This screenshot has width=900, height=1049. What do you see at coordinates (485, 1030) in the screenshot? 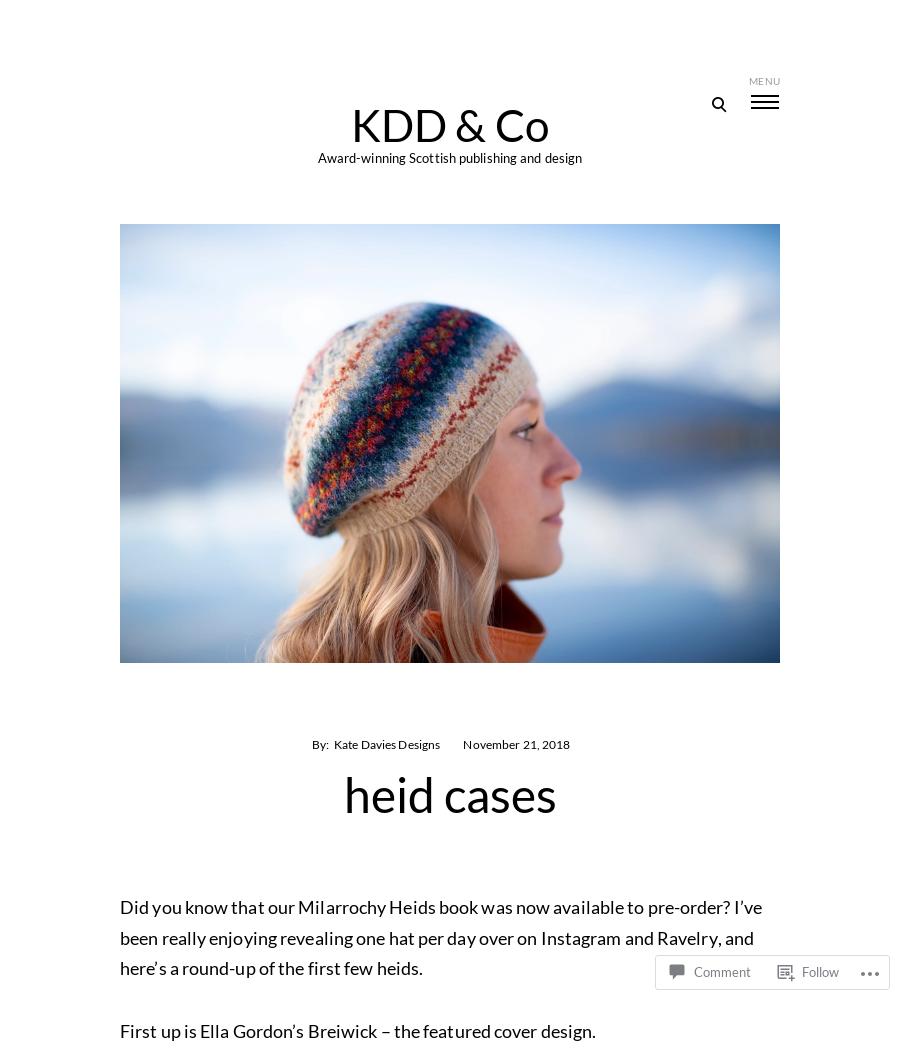
I see `'– the featured cover design.'` at bounding box center [485, 1030].